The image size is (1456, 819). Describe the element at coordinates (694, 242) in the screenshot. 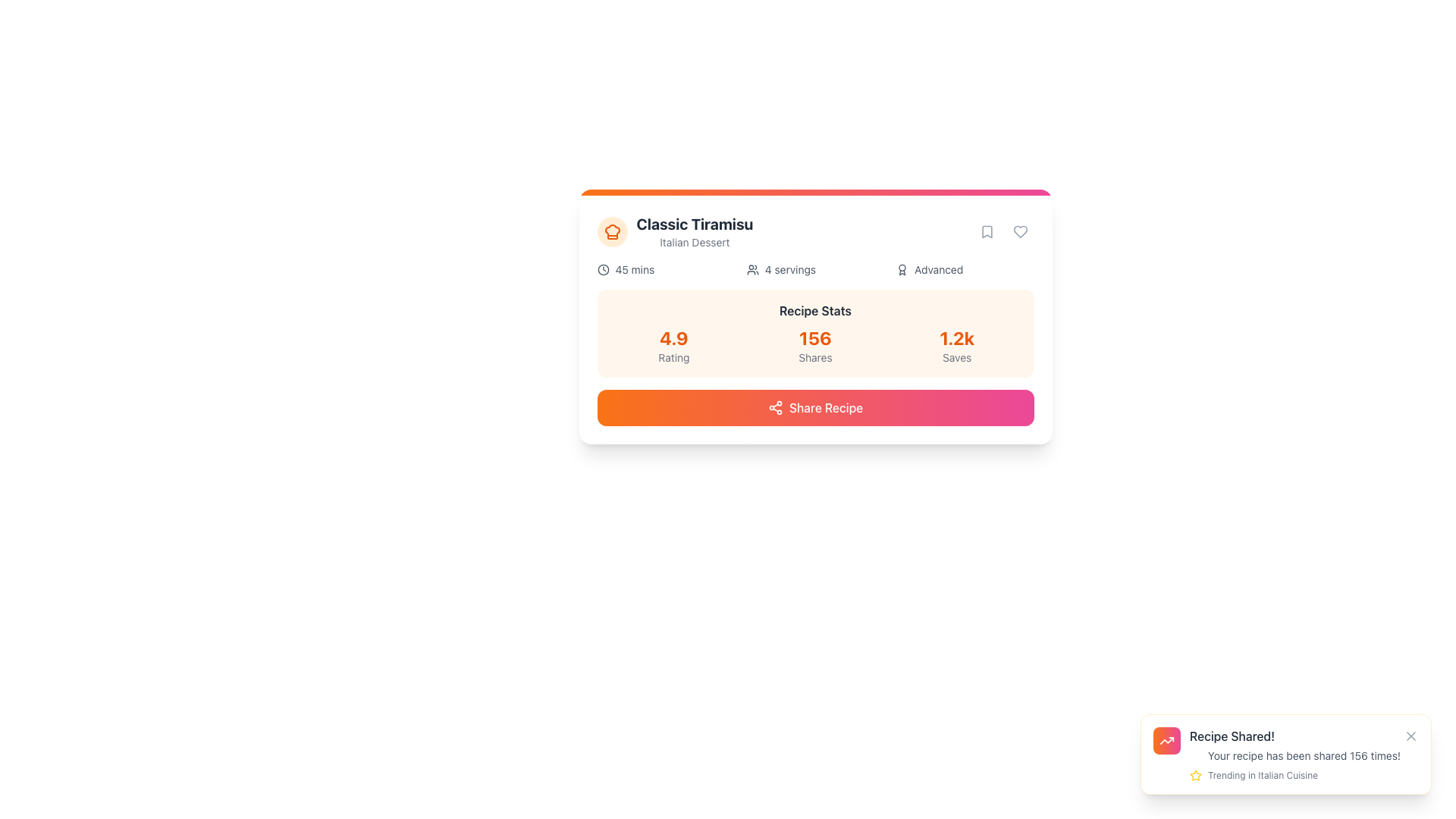

I see `the 'Italian Dessert' text label located below the 'Classic Tiramisu' headline in the recipe card` at that location.